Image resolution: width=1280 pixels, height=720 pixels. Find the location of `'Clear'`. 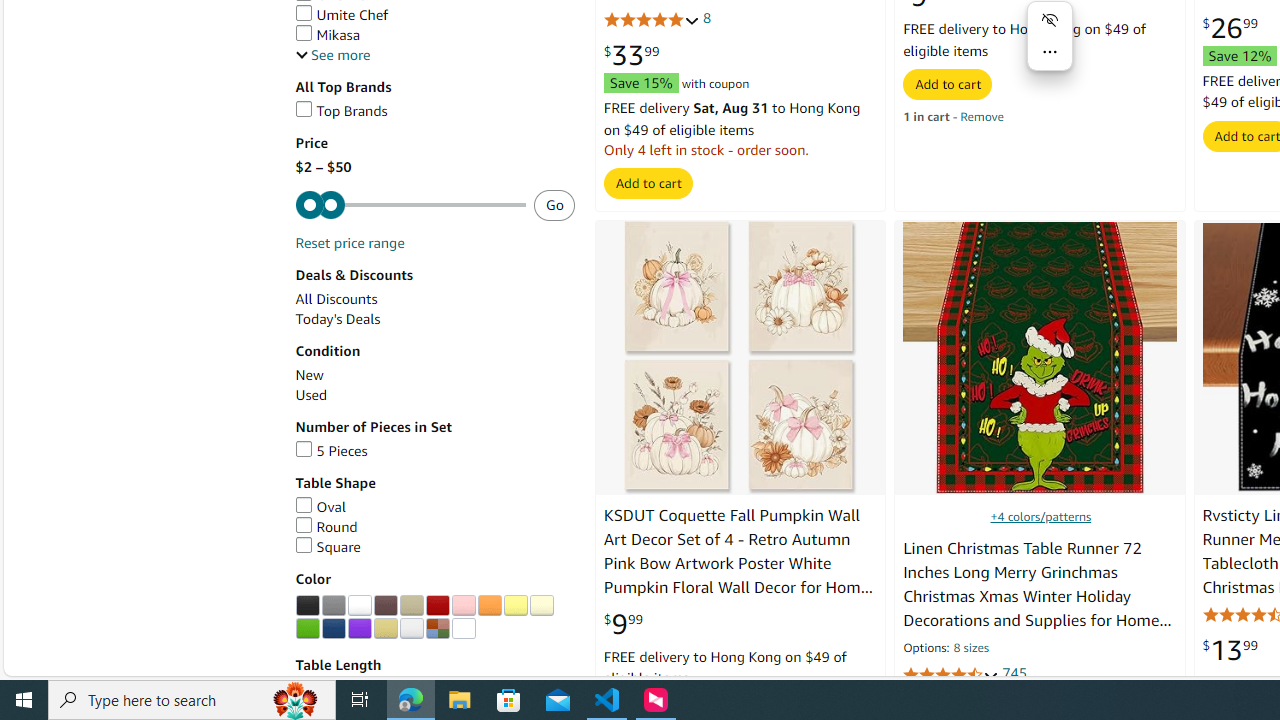

'Clear' is located at coordinates (462, 627).